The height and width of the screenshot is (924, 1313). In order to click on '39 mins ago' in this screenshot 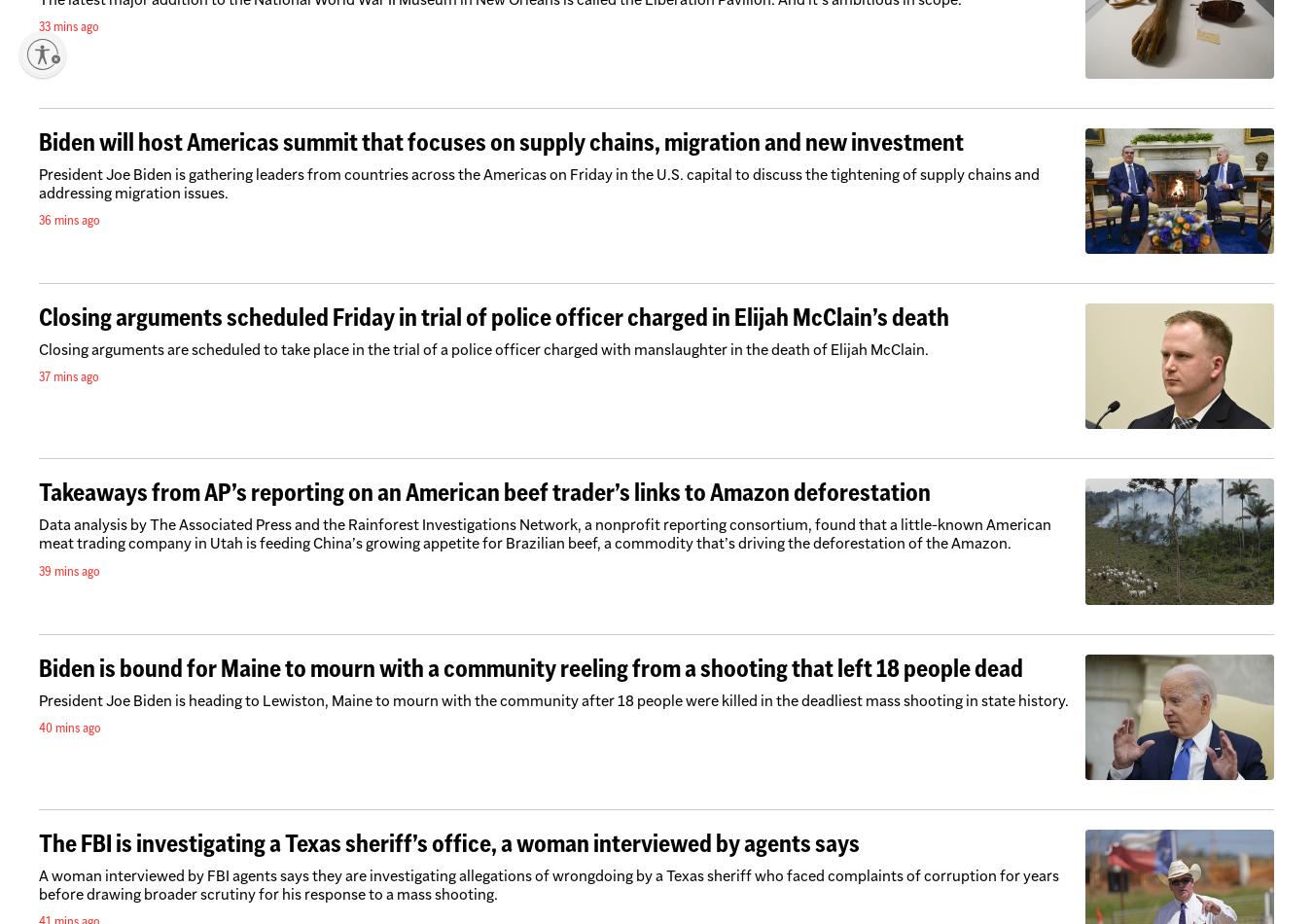, I will do `click(37, 569)`.